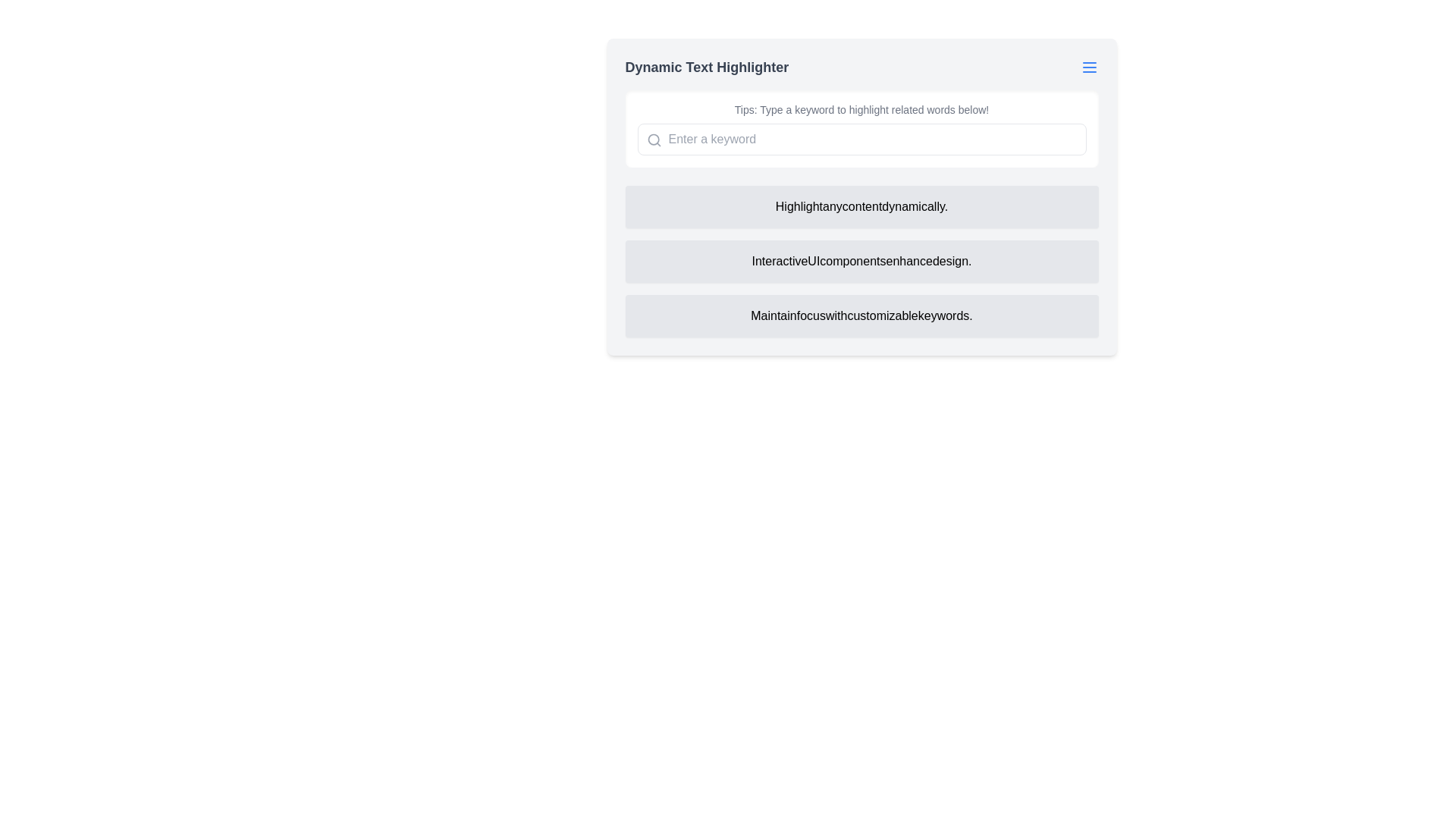 The height and width of the screenshot is (819, 1456). Describe the element at coordinates (798, 206) in the screenshot. I see `the static text label displaying the word 'Highlight', which is the first word in the sentence 'Highlight any content dynamically.'` at that location.